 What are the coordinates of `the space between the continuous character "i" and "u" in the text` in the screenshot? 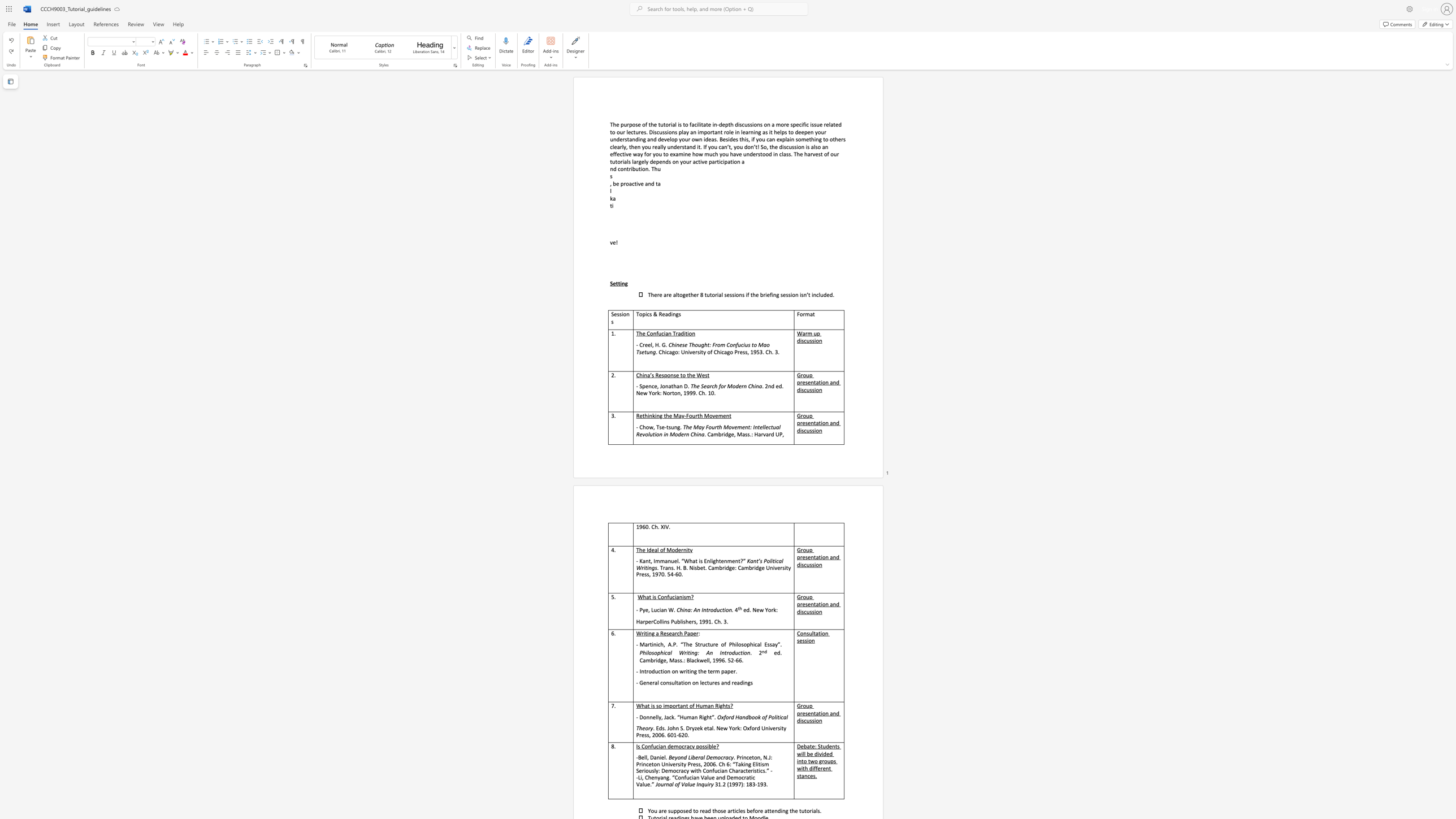 It's located at (745, 344).